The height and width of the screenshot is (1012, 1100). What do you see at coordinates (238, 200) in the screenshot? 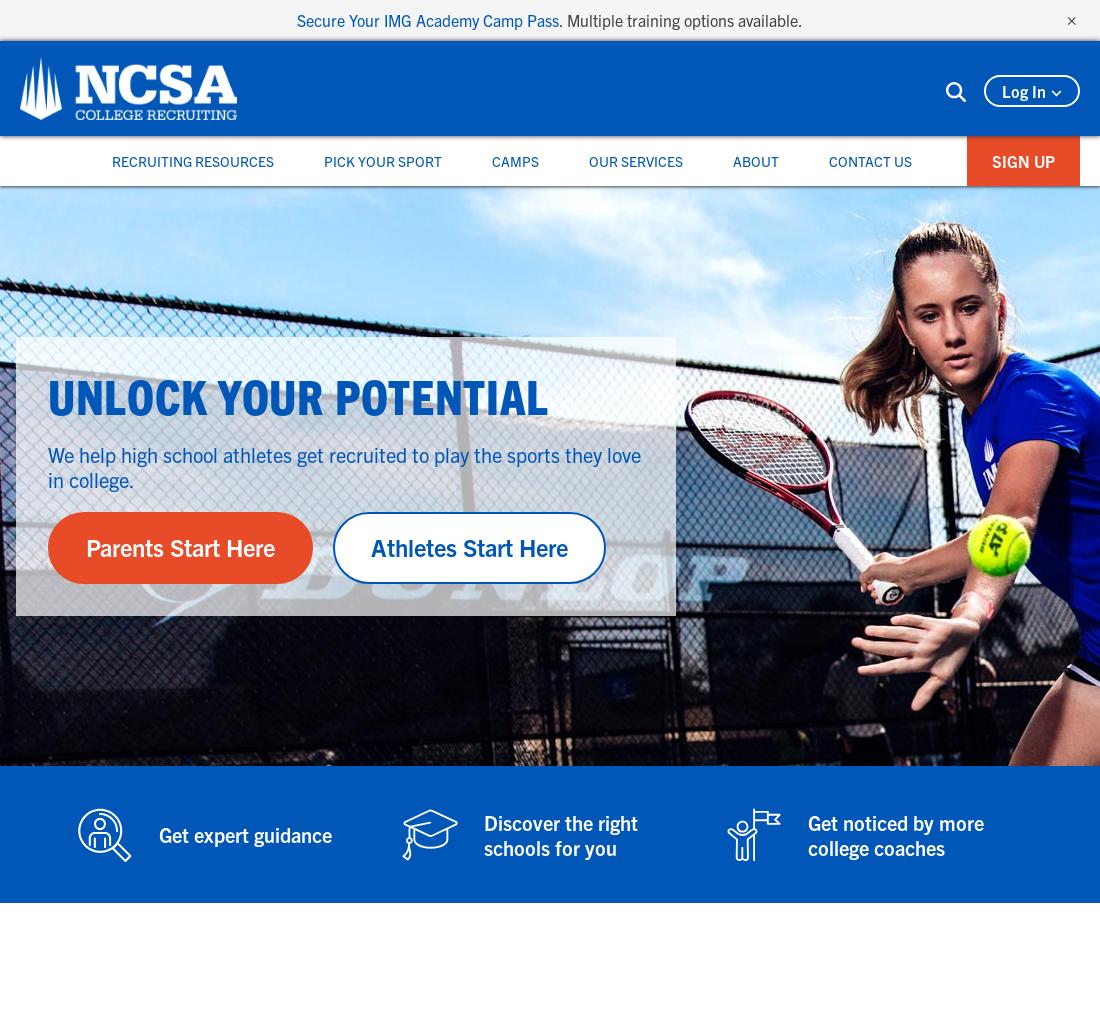
I see `'Women's Sports'` at bounding box center [238, 200].